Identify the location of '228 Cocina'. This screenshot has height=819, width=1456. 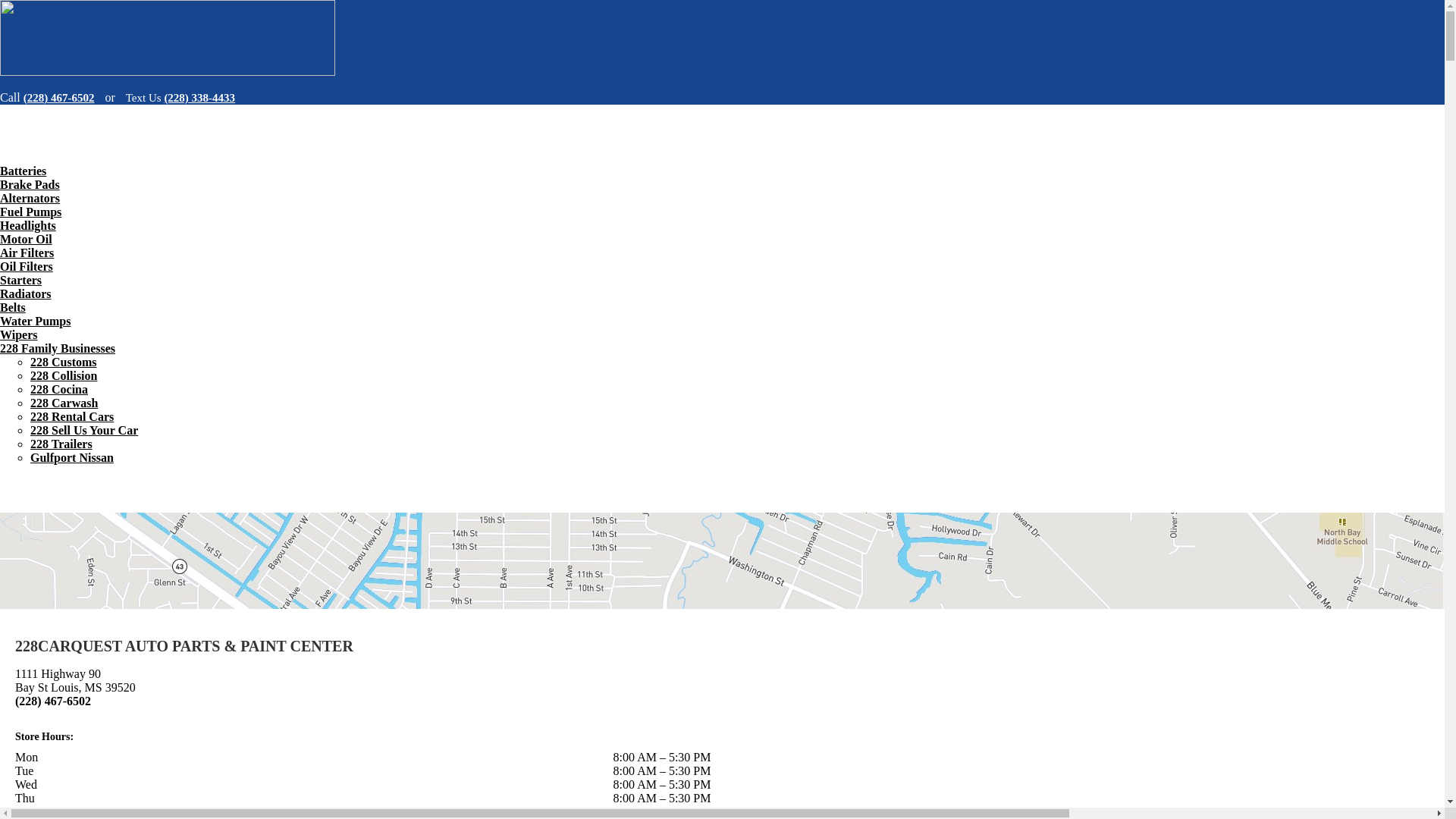
(58, 388).